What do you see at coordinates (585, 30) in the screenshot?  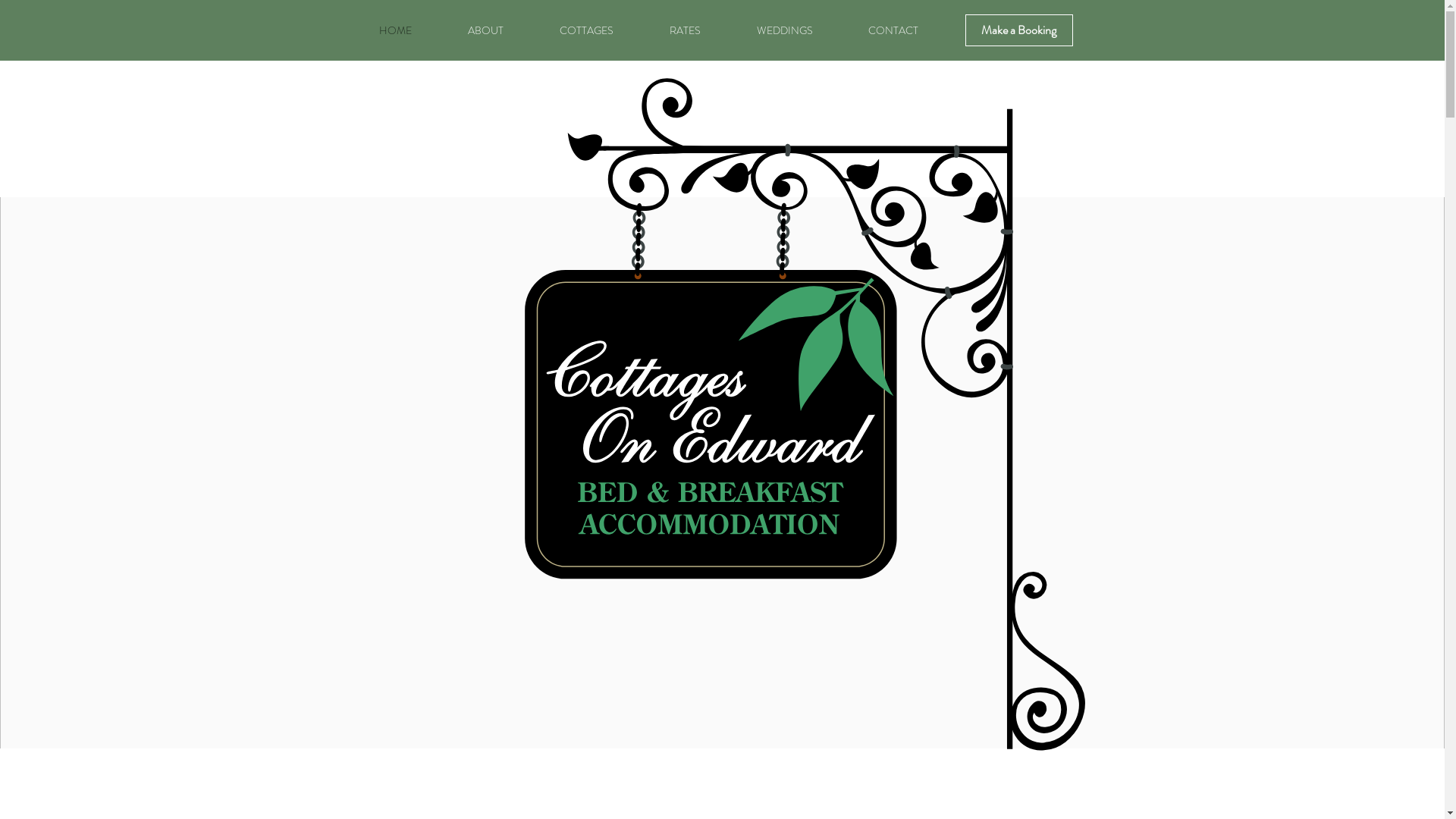 I see `'COTTAGES'` at bounding box center [585, 30].